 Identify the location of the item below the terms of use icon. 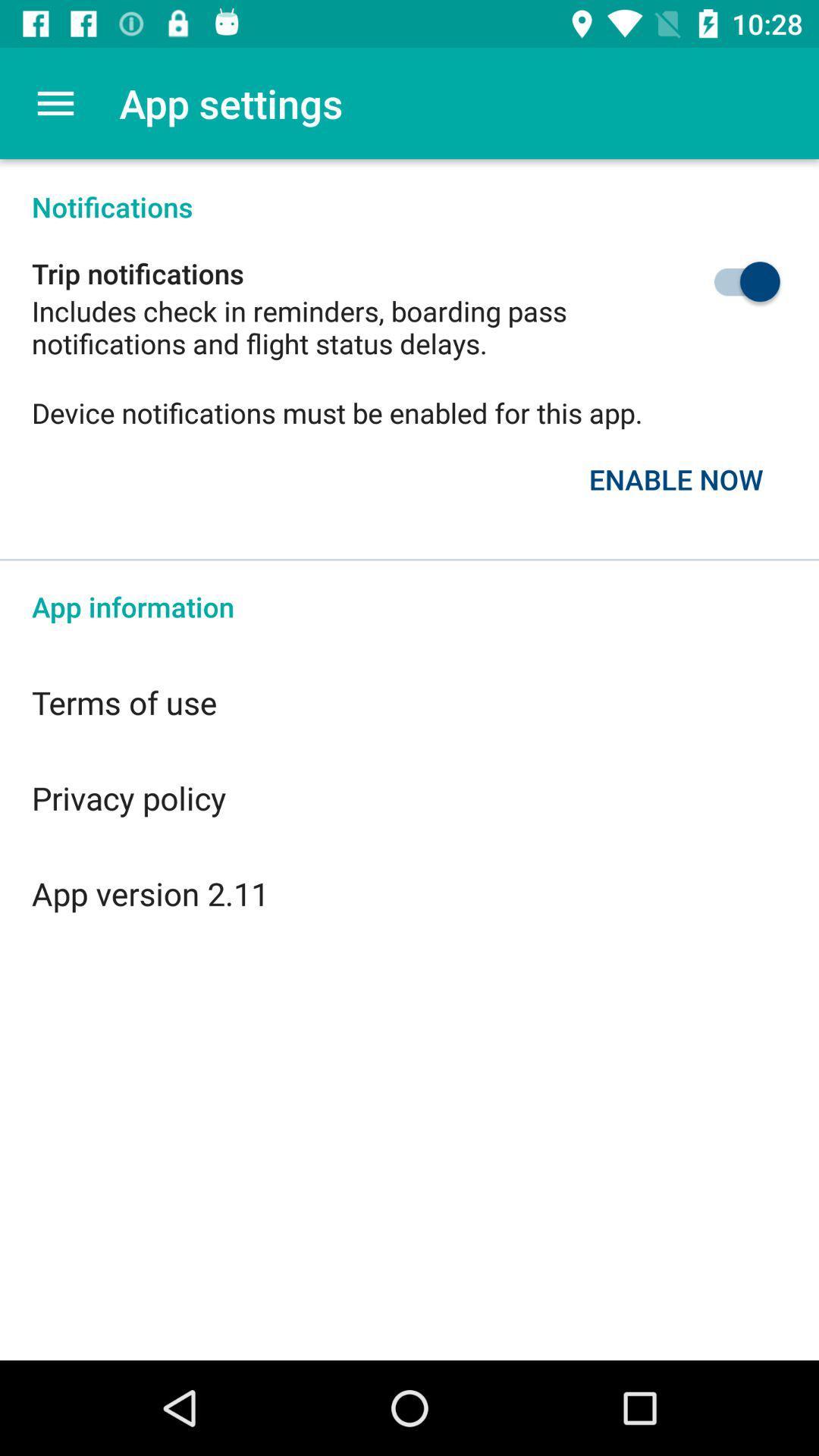
(409, 797).